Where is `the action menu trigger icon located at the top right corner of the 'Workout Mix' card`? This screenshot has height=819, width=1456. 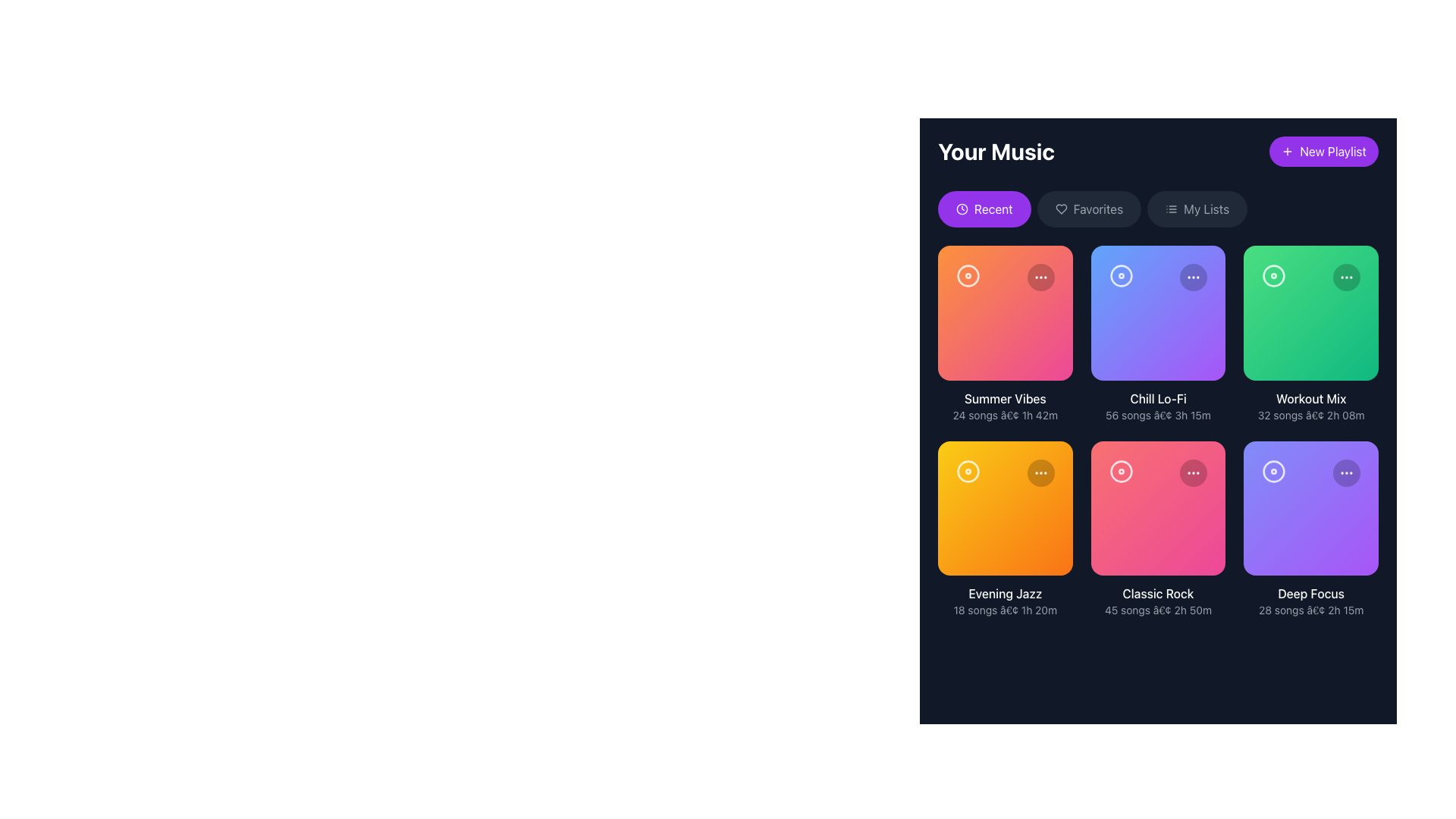
the action menu trigger icon located at the top right corner of the 'Workout Mix' card is located at coordinates (1347, 278).